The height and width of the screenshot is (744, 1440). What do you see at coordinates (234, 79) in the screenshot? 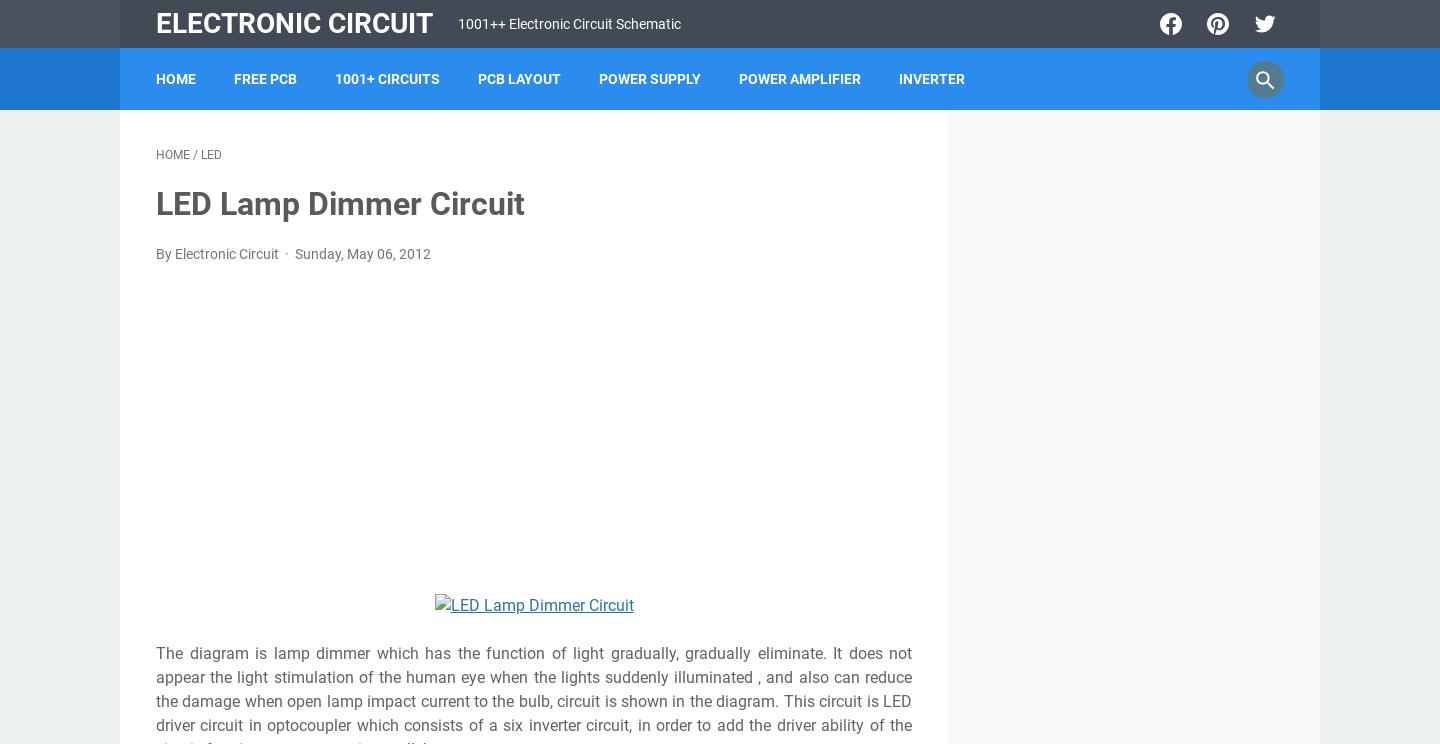
I see `'FREE PCB'` at bounding box center [234, 79].